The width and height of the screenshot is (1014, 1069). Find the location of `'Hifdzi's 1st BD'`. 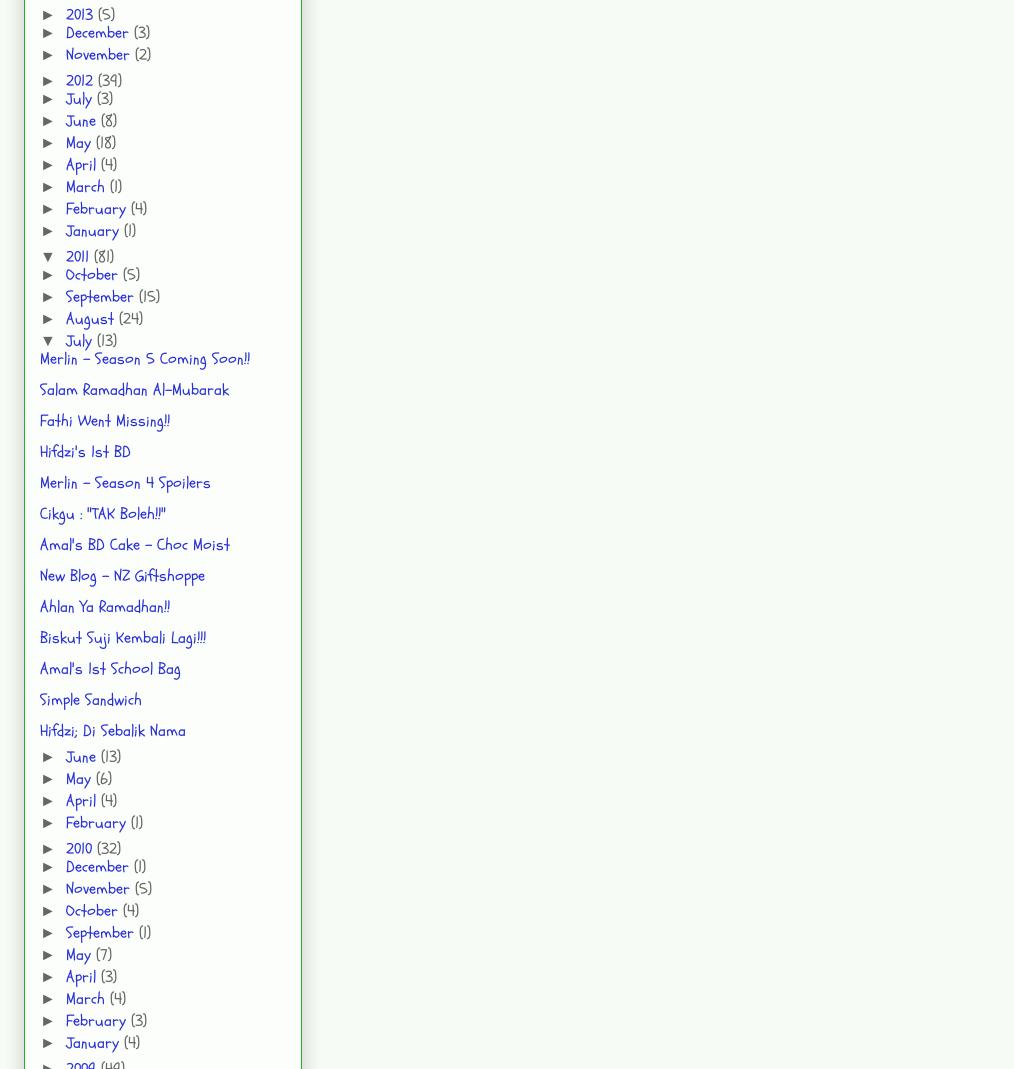

'Hifdzi's 1st BD' is located at coordinates (38, 450).